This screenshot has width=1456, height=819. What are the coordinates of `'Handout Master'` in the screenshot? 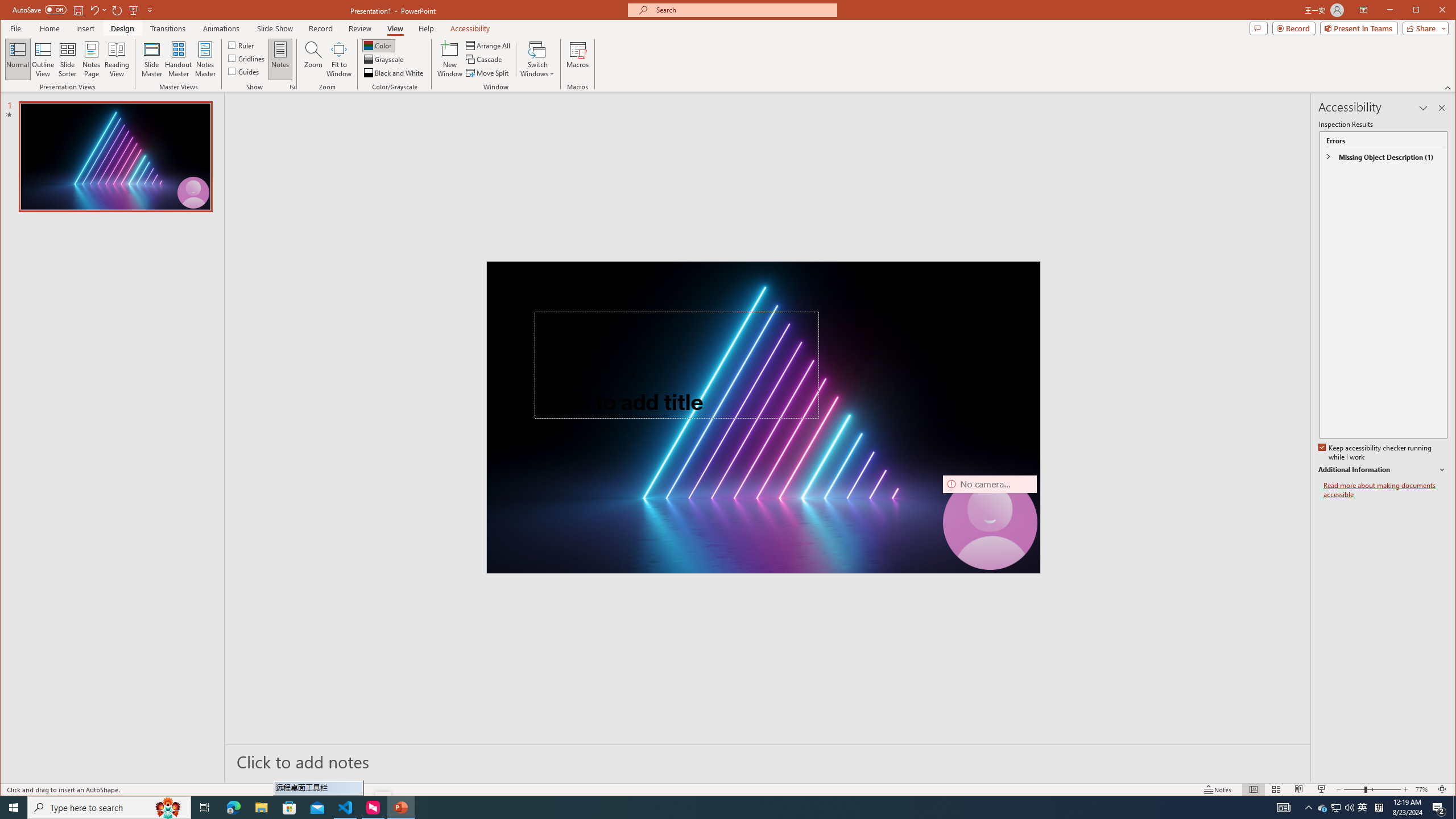 It's located at (178, 59).